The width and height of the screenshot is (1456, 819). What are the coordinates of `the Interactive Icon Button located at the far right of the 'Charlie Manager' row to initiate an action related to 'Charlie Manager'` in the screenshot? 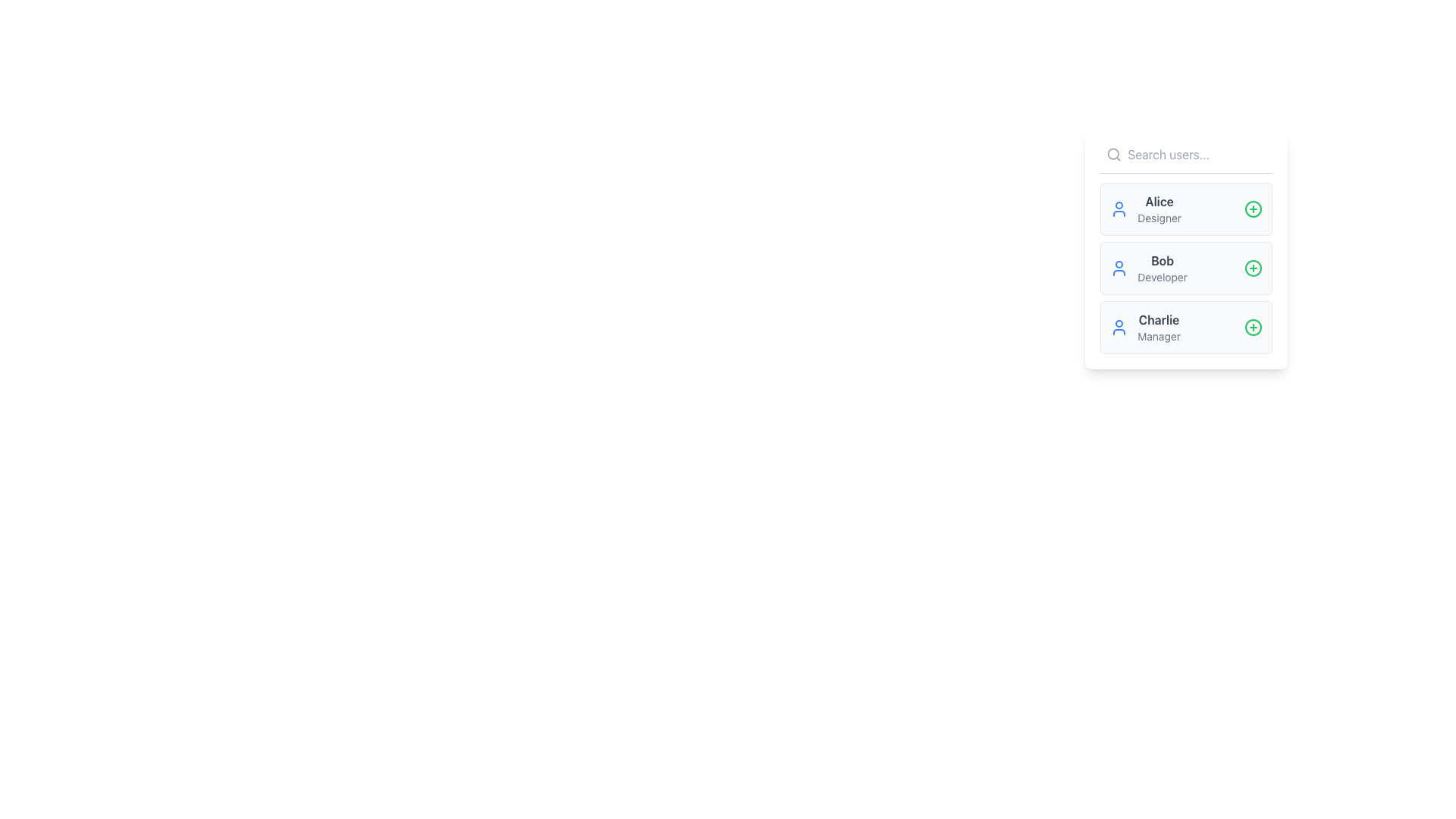 It's located at (1252, 327).